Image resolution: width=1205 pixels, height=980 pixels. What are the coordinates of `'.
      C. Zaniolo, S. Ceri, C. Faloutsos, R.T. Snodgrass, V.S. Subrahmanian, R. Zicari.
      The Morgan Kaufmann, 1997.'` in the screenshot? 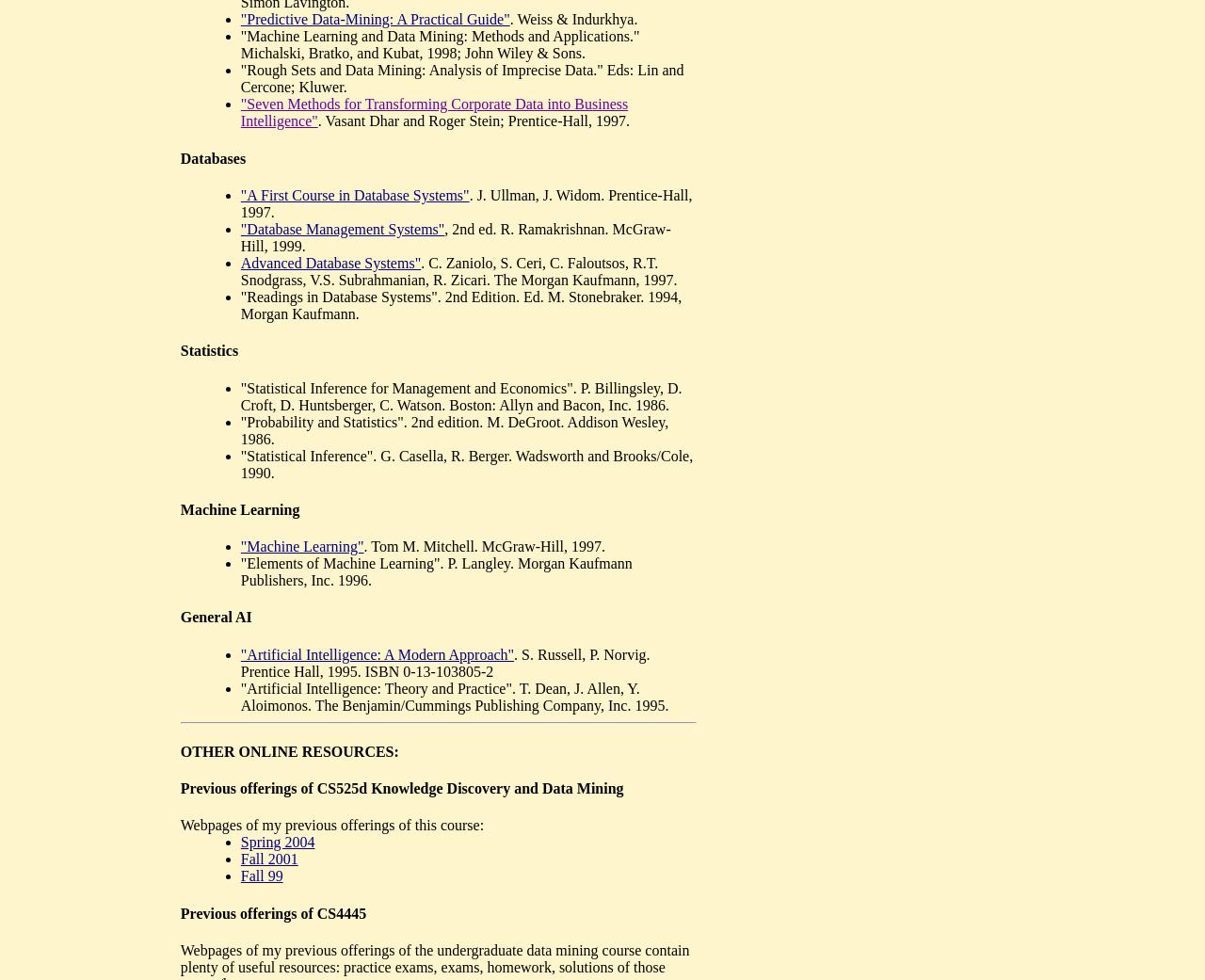 It's located at (458, 269).